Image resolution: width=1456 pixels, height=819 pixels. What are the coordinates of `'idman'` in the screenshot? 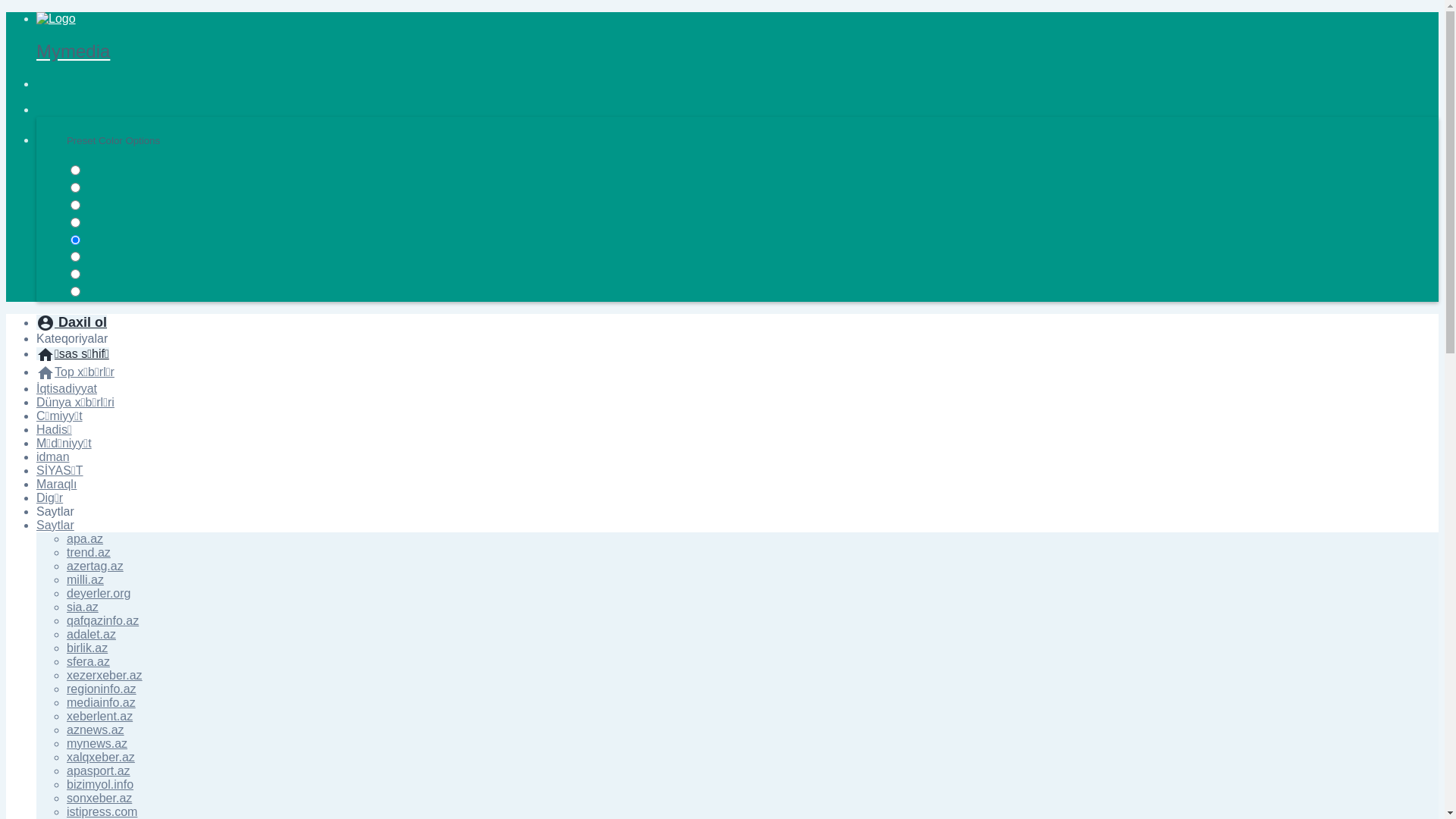 It's located at (53, 456).